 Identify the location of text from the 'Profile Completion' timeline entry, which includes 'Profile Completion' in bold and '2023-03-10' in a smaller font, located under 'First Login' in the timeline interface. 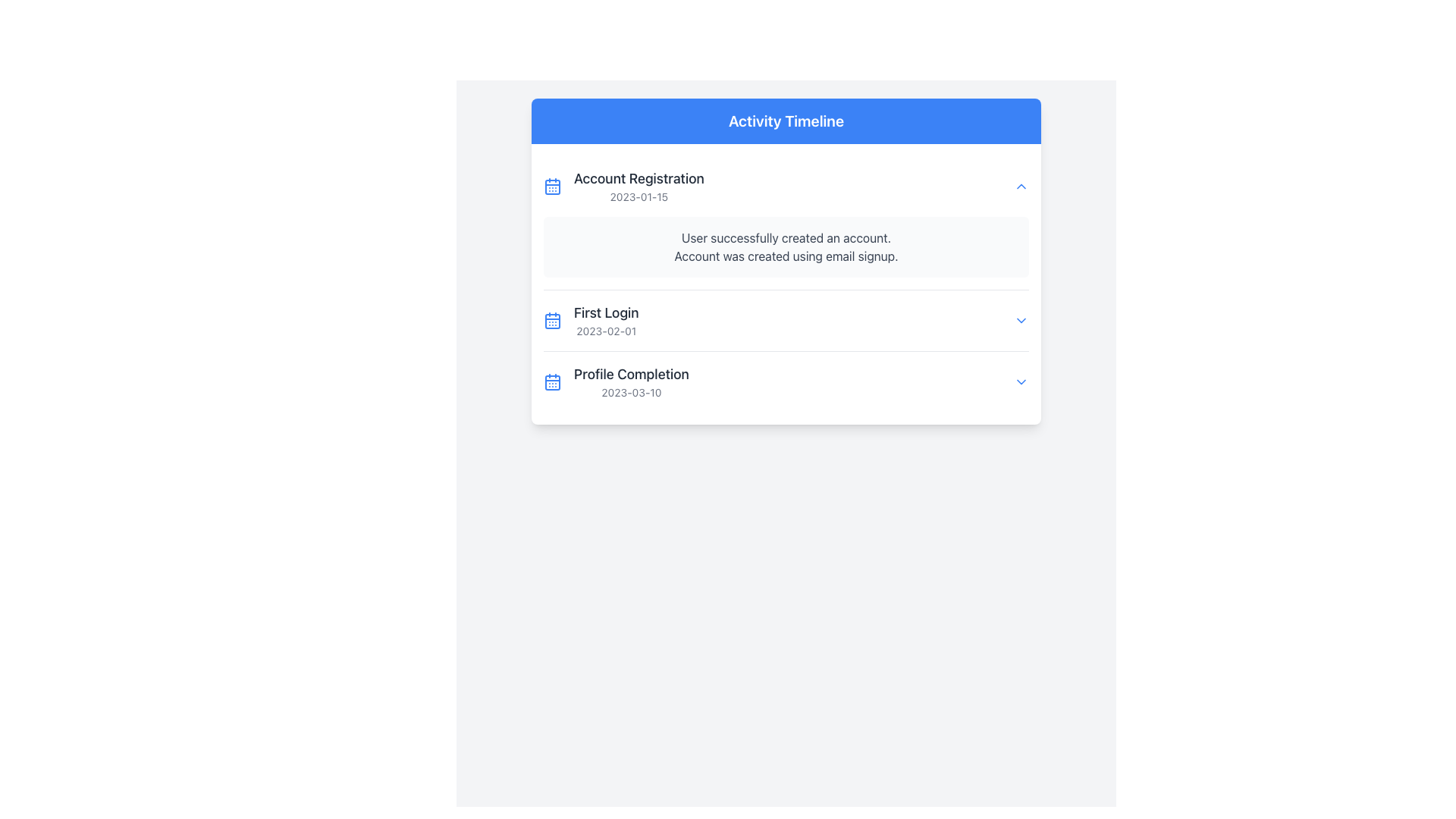
(631, 381).